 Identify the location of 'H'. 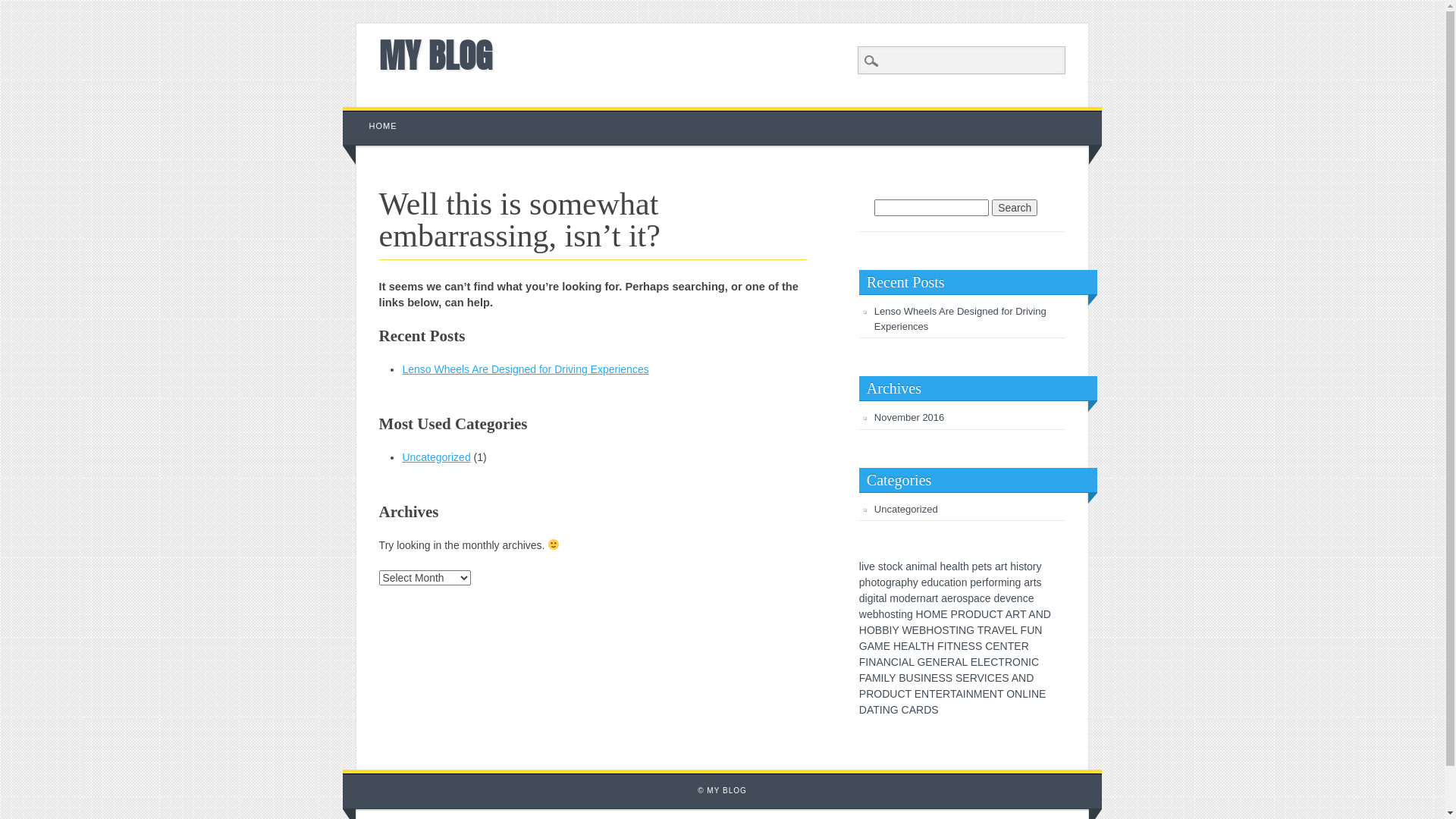
(862, 629).